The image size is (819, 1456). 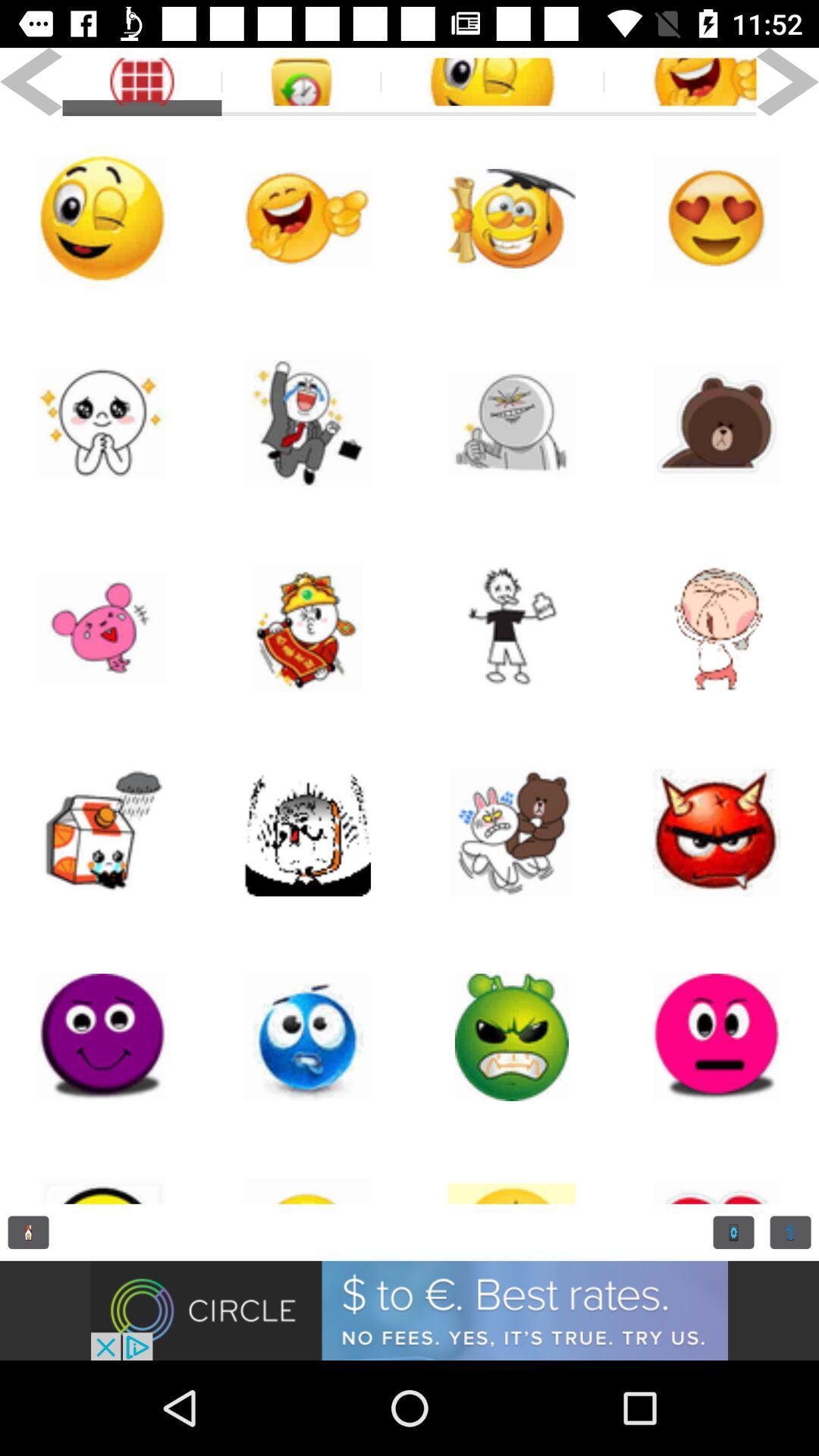 I want to click on icon, so click(x=512, y=832).